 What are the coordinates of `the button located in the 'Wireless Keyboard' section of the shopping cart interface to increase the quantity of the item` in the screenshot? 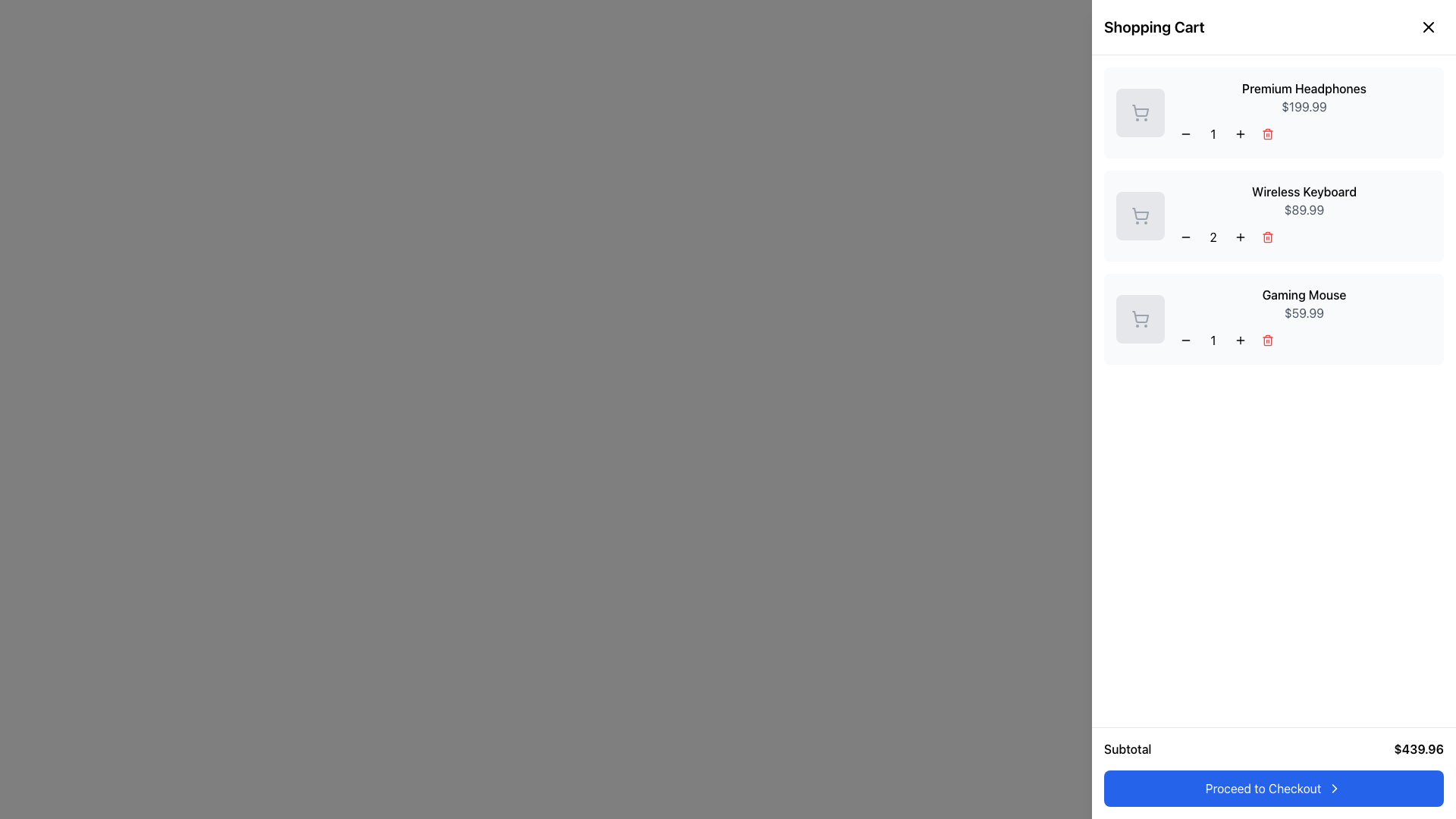 It's located at (1241, 237).